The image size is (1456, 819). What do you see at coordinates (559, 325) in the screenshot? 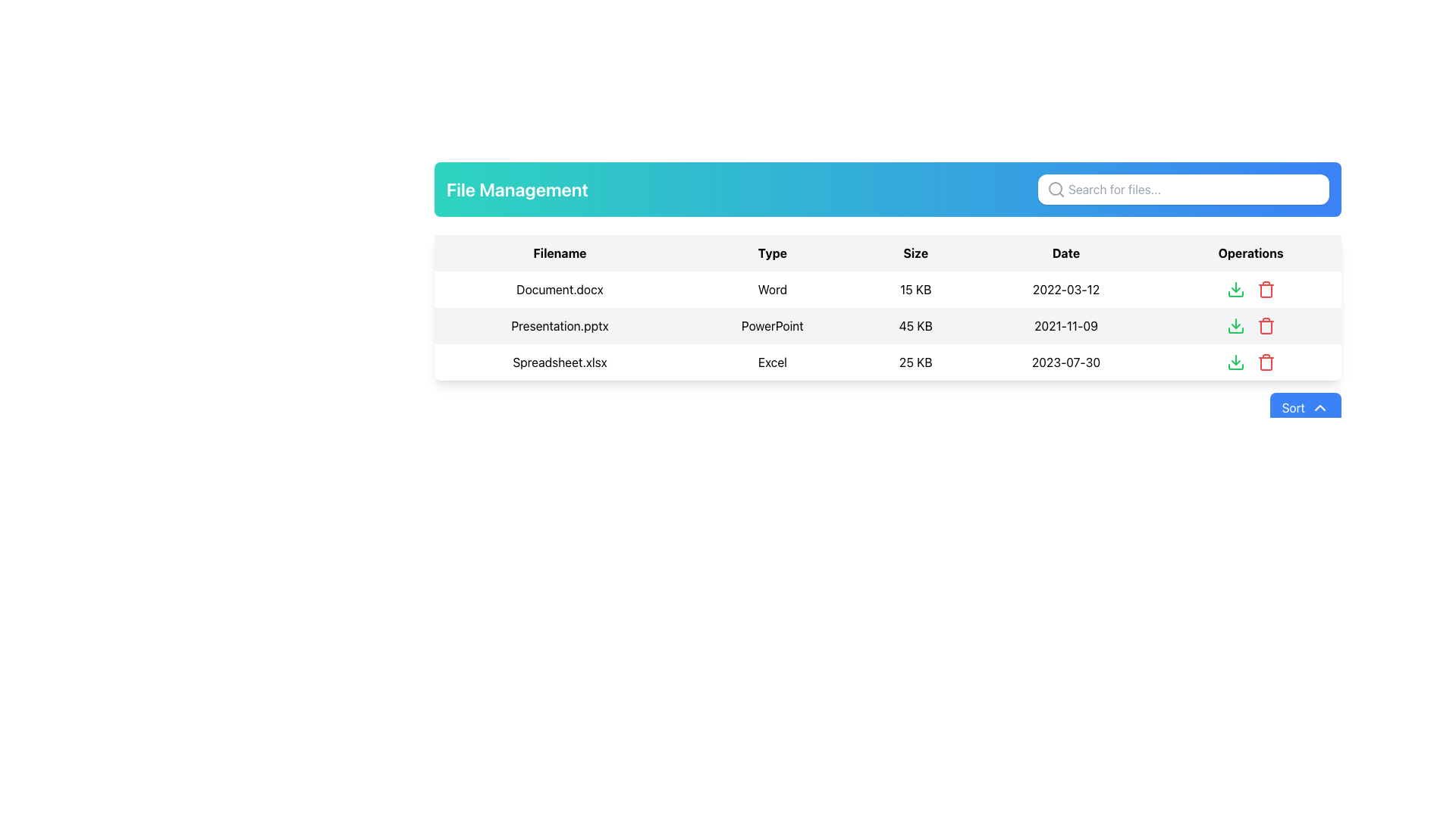
I see `the text displaying 'Presentation.pptx' which is bold and centered in the 'Filename' column of a table in a file management interface` at bounding box center [559, 325].